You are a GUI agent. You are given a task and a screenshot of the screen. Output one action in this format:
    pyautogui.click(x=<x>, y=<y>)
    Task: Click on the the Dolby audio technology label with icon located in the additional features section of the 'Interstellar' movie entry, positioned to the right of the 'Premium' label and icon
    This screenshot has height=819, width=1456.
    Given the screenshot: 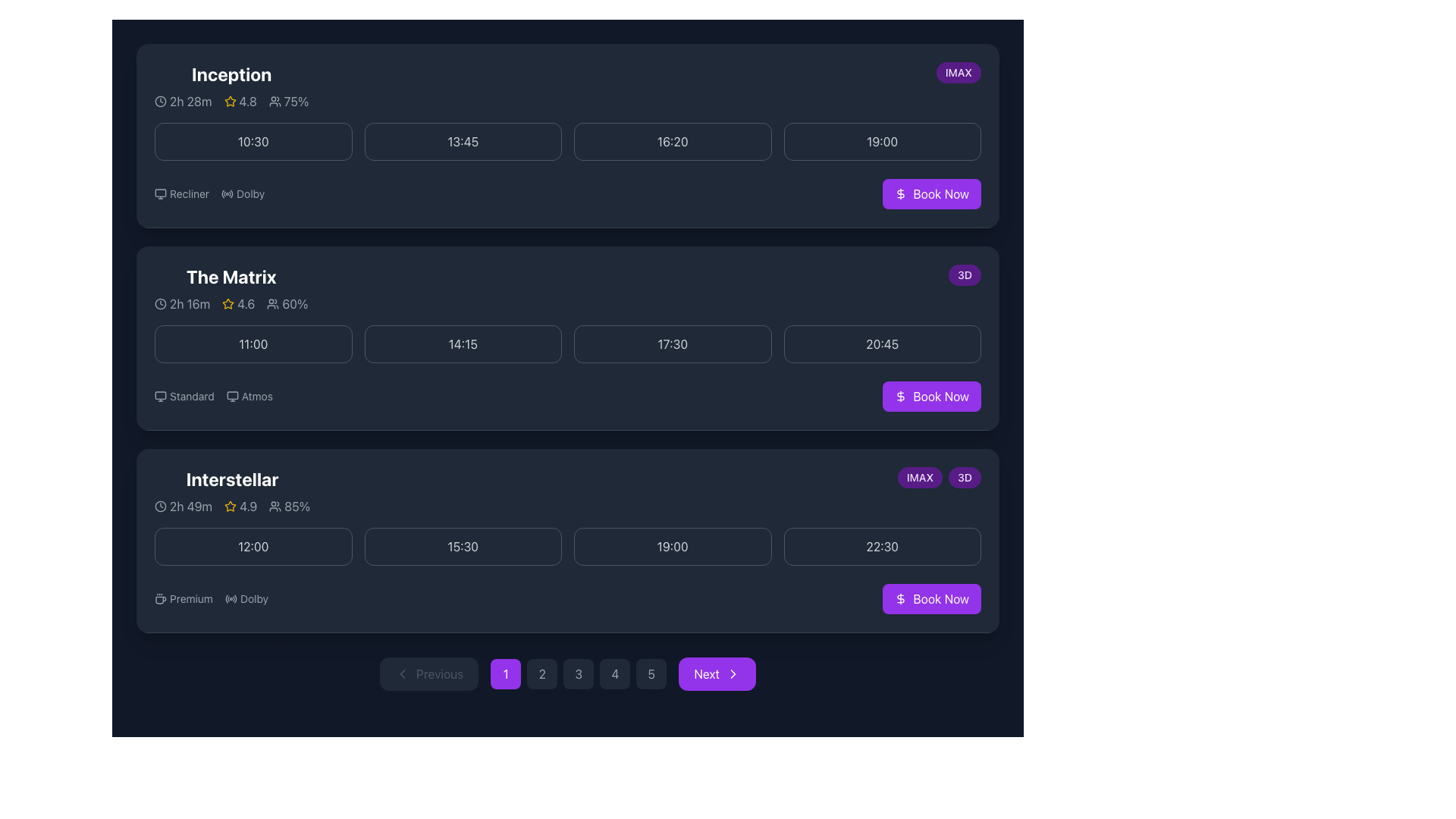 What is the action you would take?
    pyautogui.click(x=246, y=598)
    